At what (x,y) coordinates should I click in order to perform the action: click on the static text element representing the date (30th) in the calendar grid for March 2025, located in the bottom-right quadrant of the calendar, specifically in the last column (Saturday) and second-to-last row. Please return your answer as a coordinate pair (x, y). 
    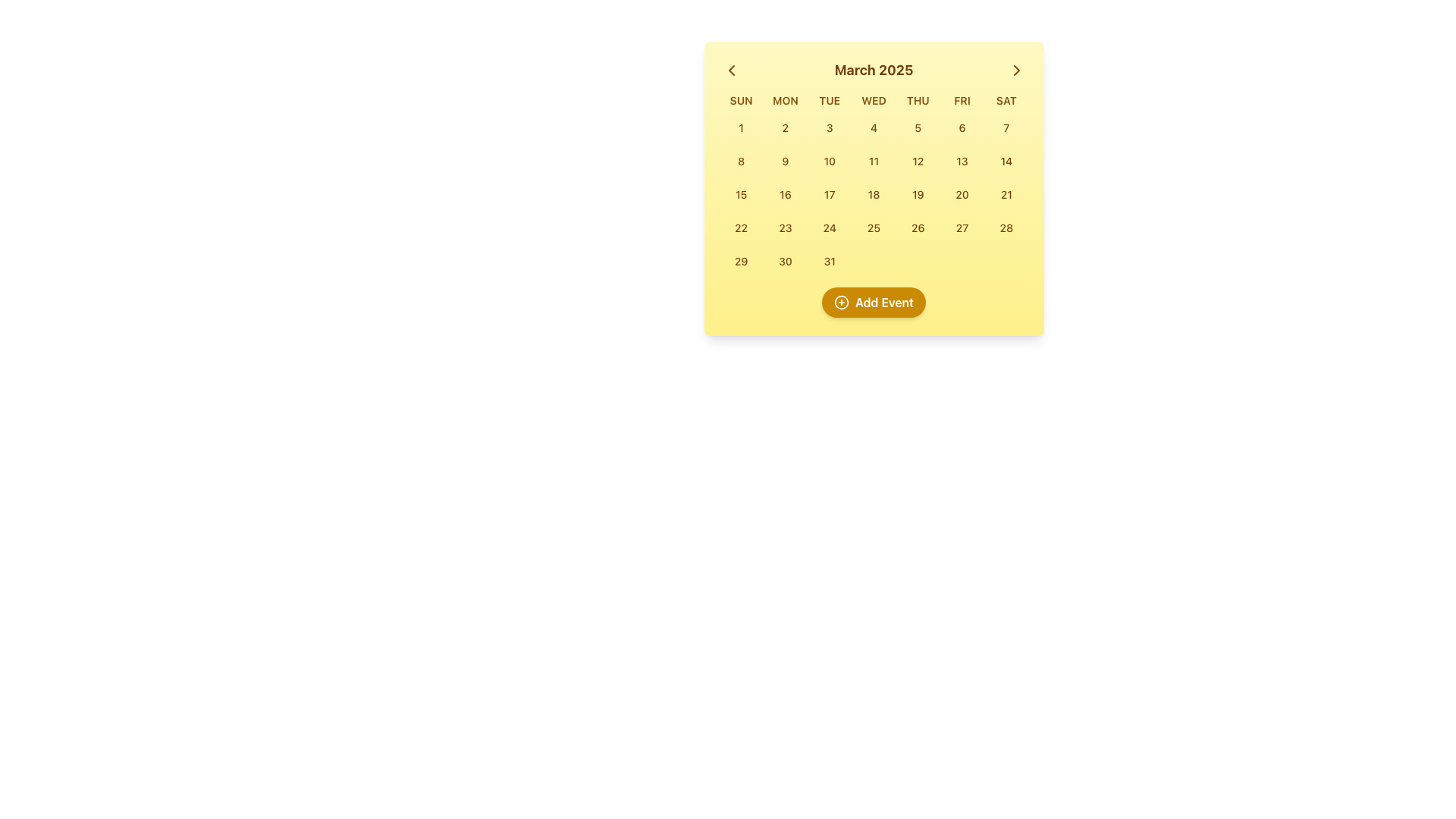
    Looking at the image, I should click on (785, 260).